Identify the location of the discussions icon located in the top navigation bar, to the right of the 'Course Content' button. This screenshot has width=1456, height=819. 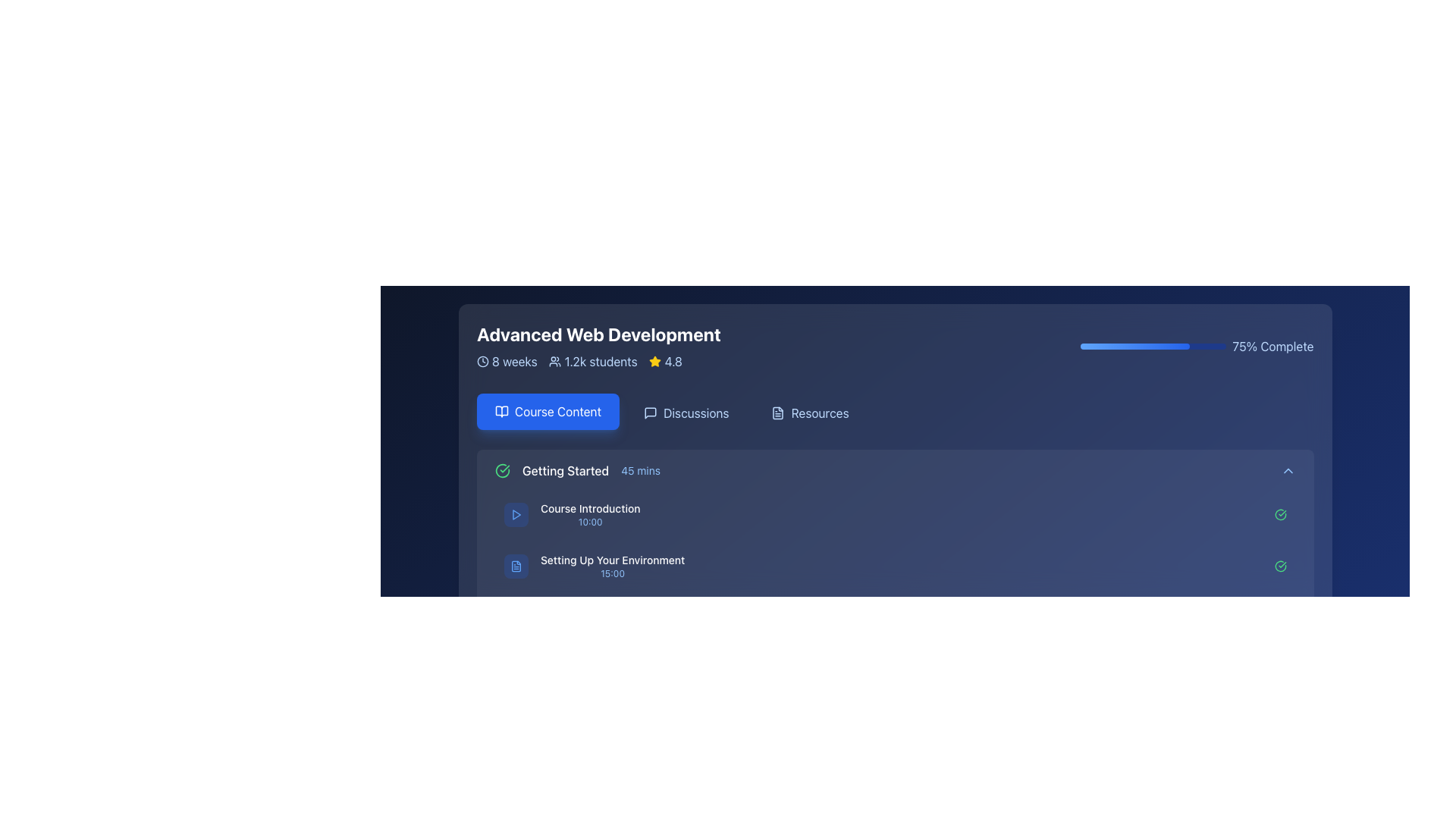
(650, 413).